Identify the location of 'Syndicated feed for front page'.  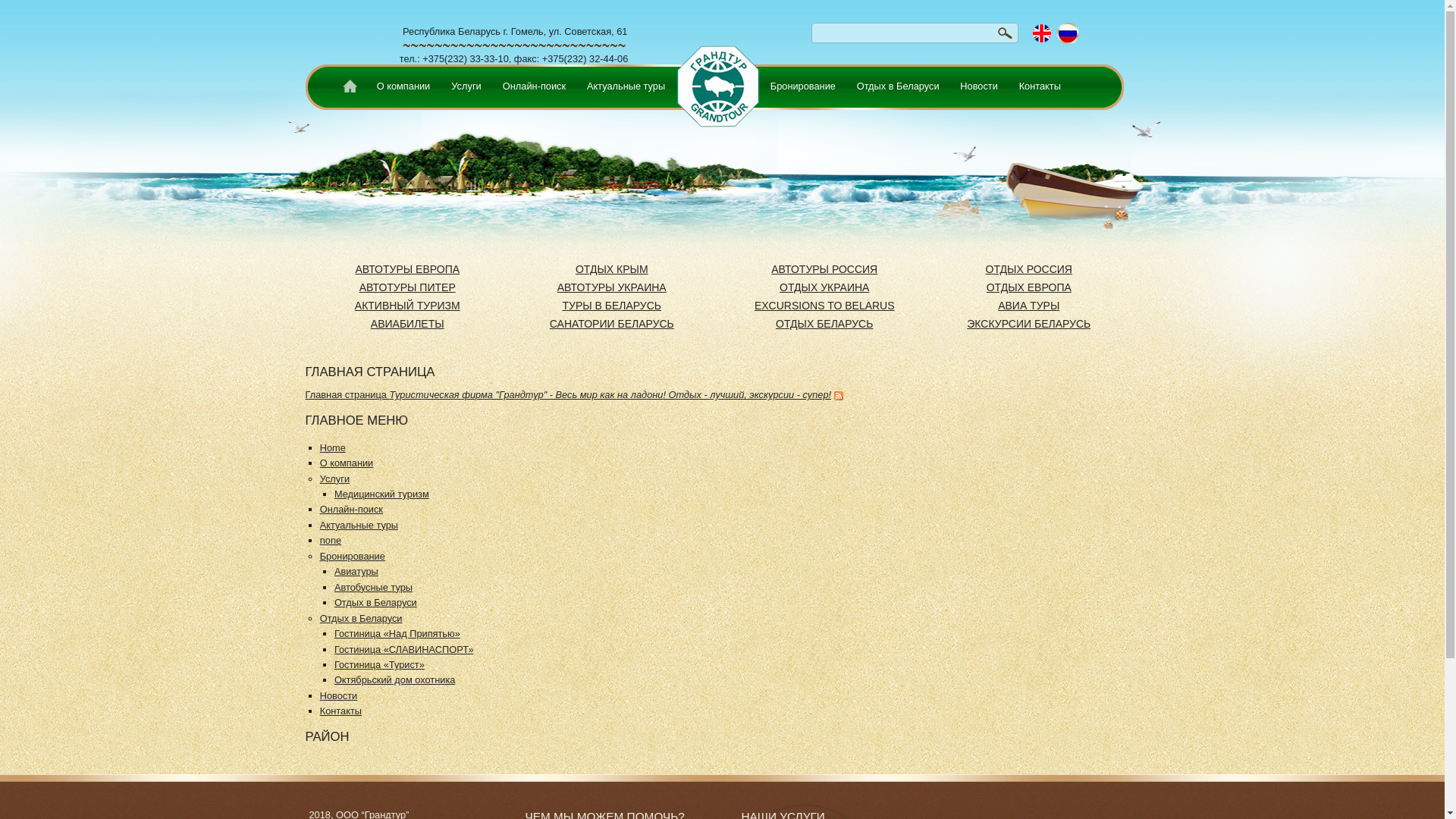
(837, 394).